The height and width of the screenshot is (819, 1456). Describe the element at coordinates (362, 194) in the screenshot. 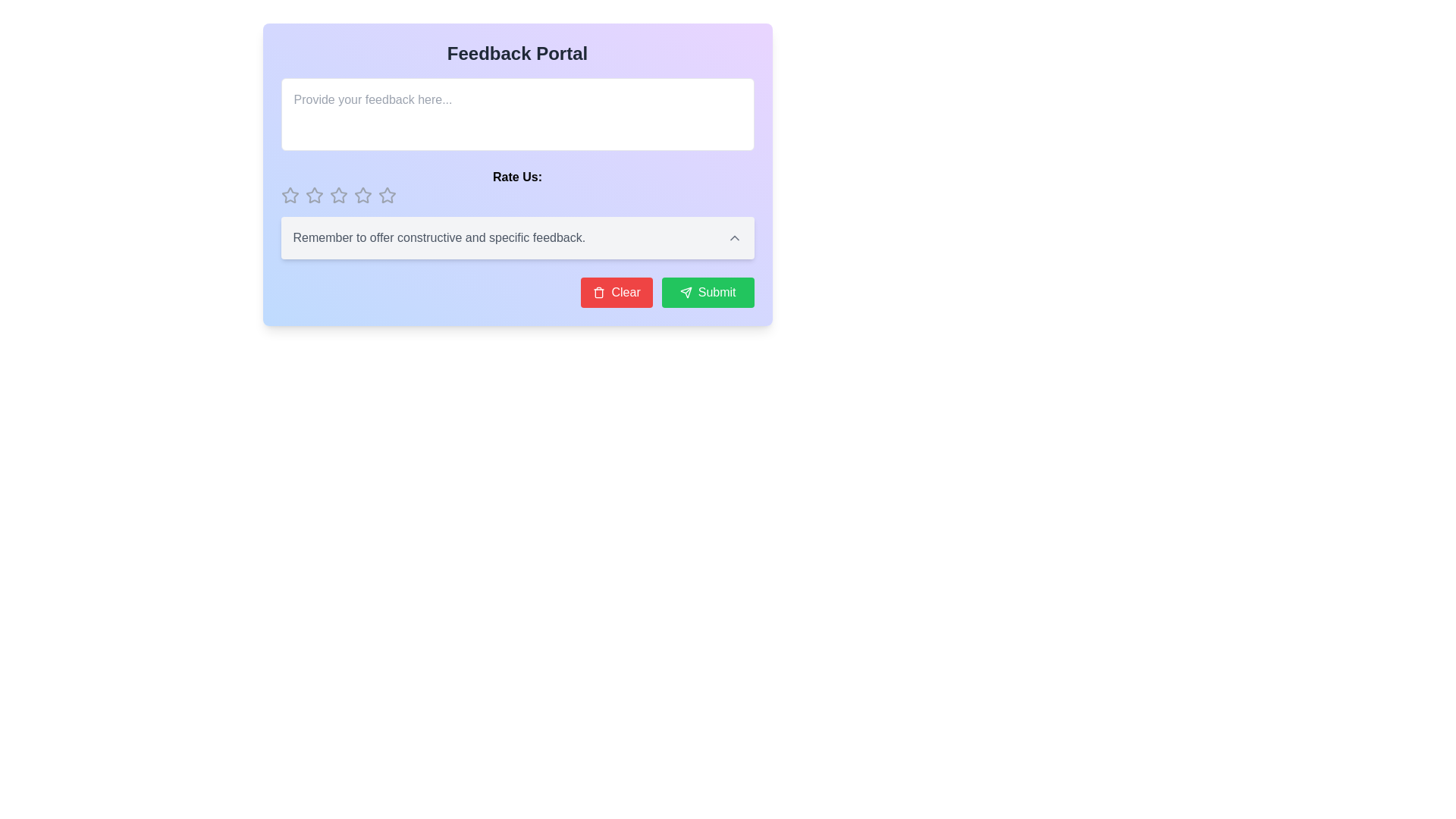

I see `the fourth star in the rating widget` at that location.